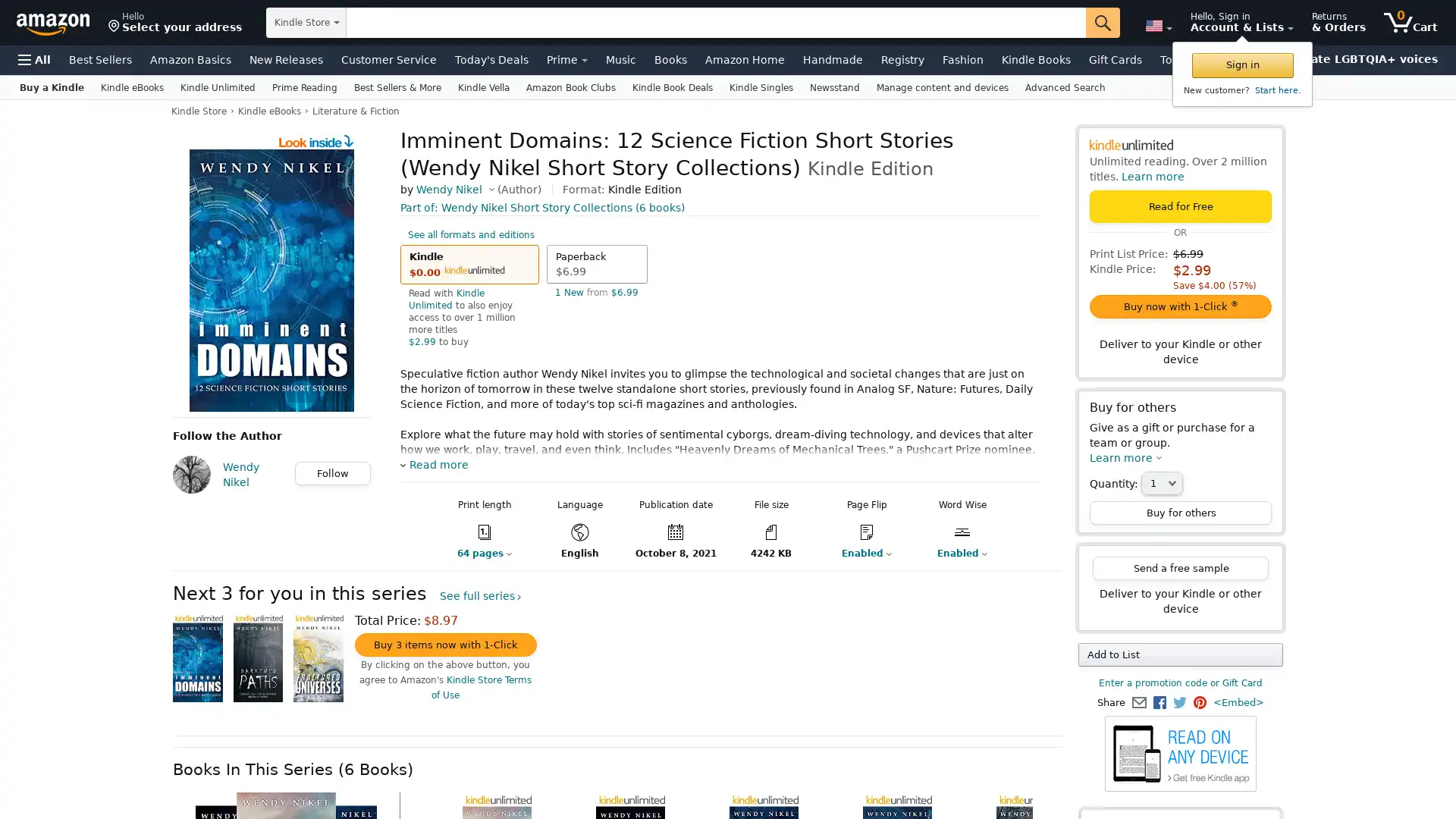 This screenshot has height=819, width=1456. What do you see at coordinates (1125, 457) in the screenshot?
I see `Learn more` at bounding box center [1125, 457].